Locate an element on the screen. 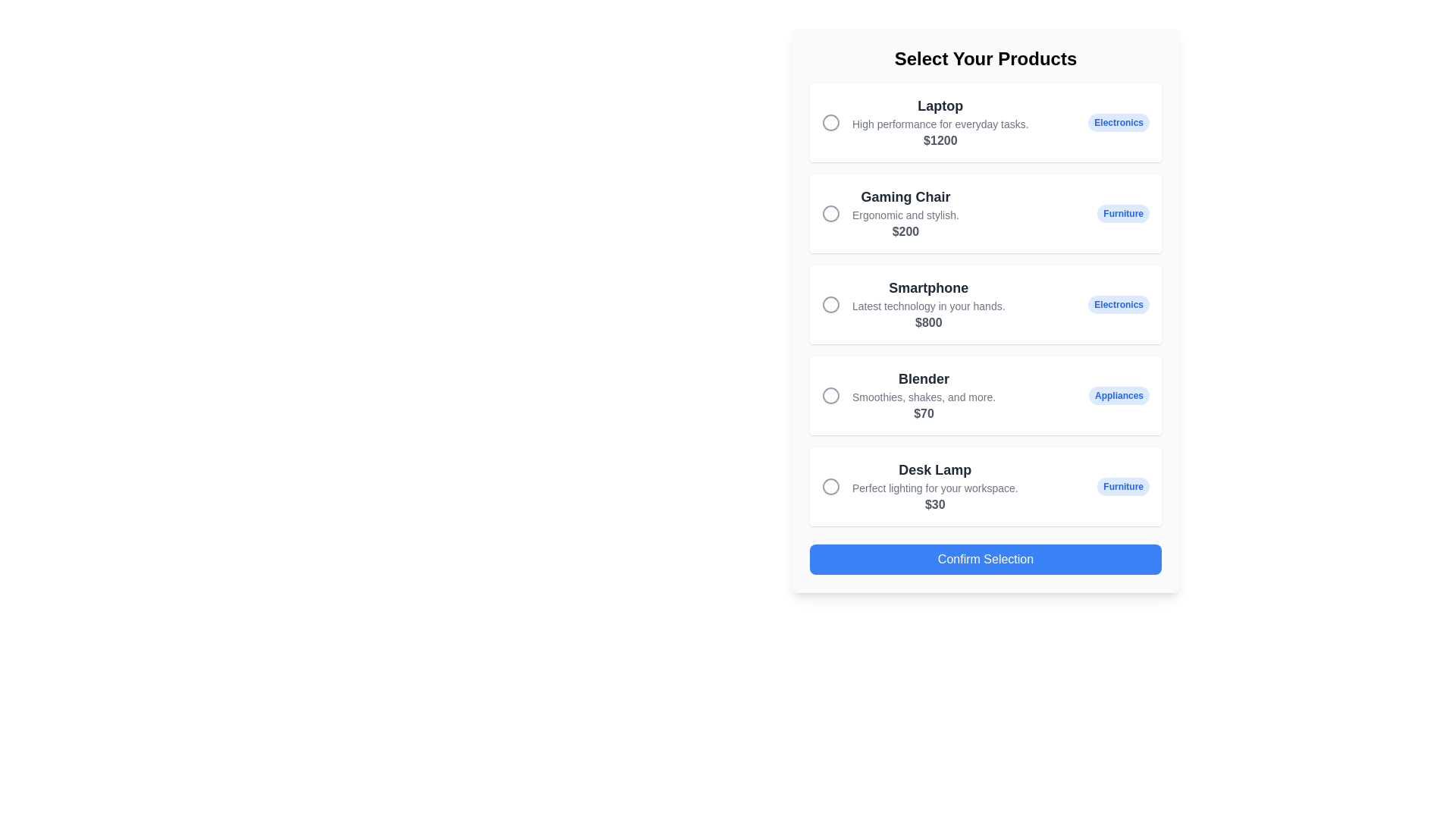 This screenshot has height=819, width=1456. the selectable list item for the 'Blender' product, which is the fourth item in the list, positioned between 'Smartphone' and 'Desk Lamp' is located at coordinates (986, 394).